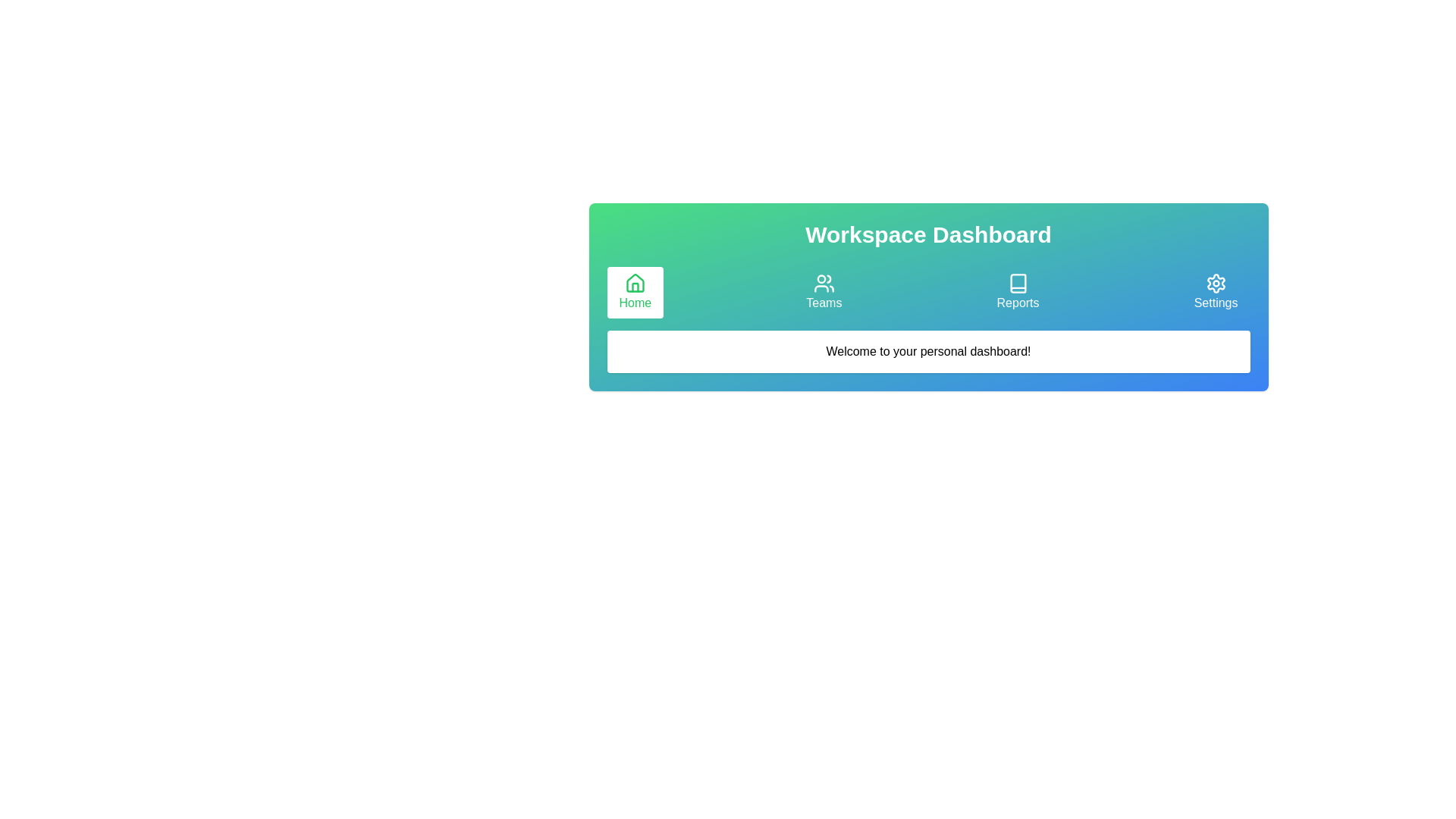 The image size is (1456, 819). Describe the element at coordinates (635, 284) in the screenshot. I see `the house icon located at the top of the 'Home' button in the navigation bar` at that location.